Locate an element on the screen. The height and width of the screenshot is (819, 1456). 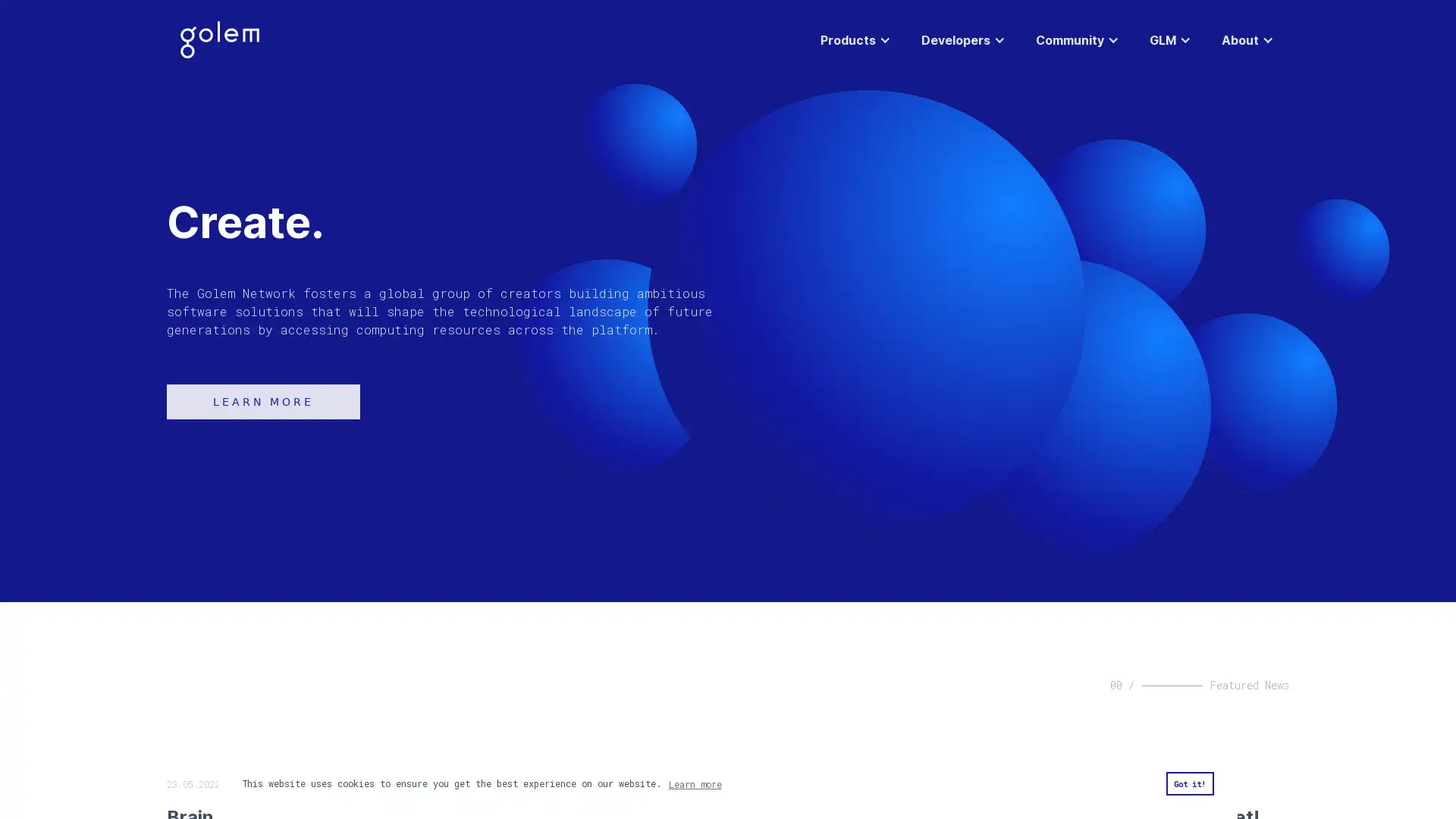
dismiss cookie message is located at coordinates (1188, 783).